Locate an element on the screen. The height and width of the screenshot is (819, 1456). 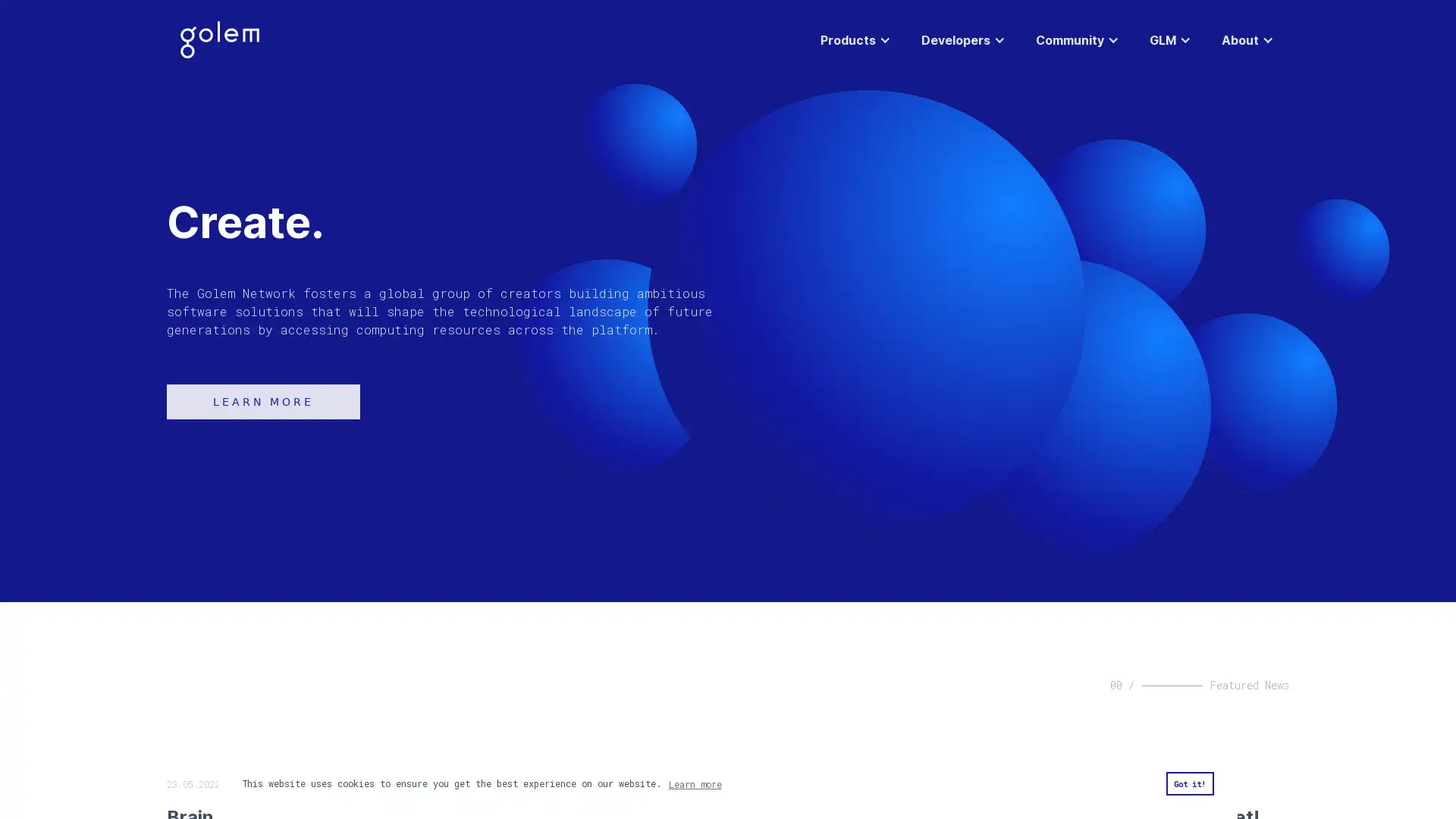
dismiss cookie message is located at coordinates (1188, 783).